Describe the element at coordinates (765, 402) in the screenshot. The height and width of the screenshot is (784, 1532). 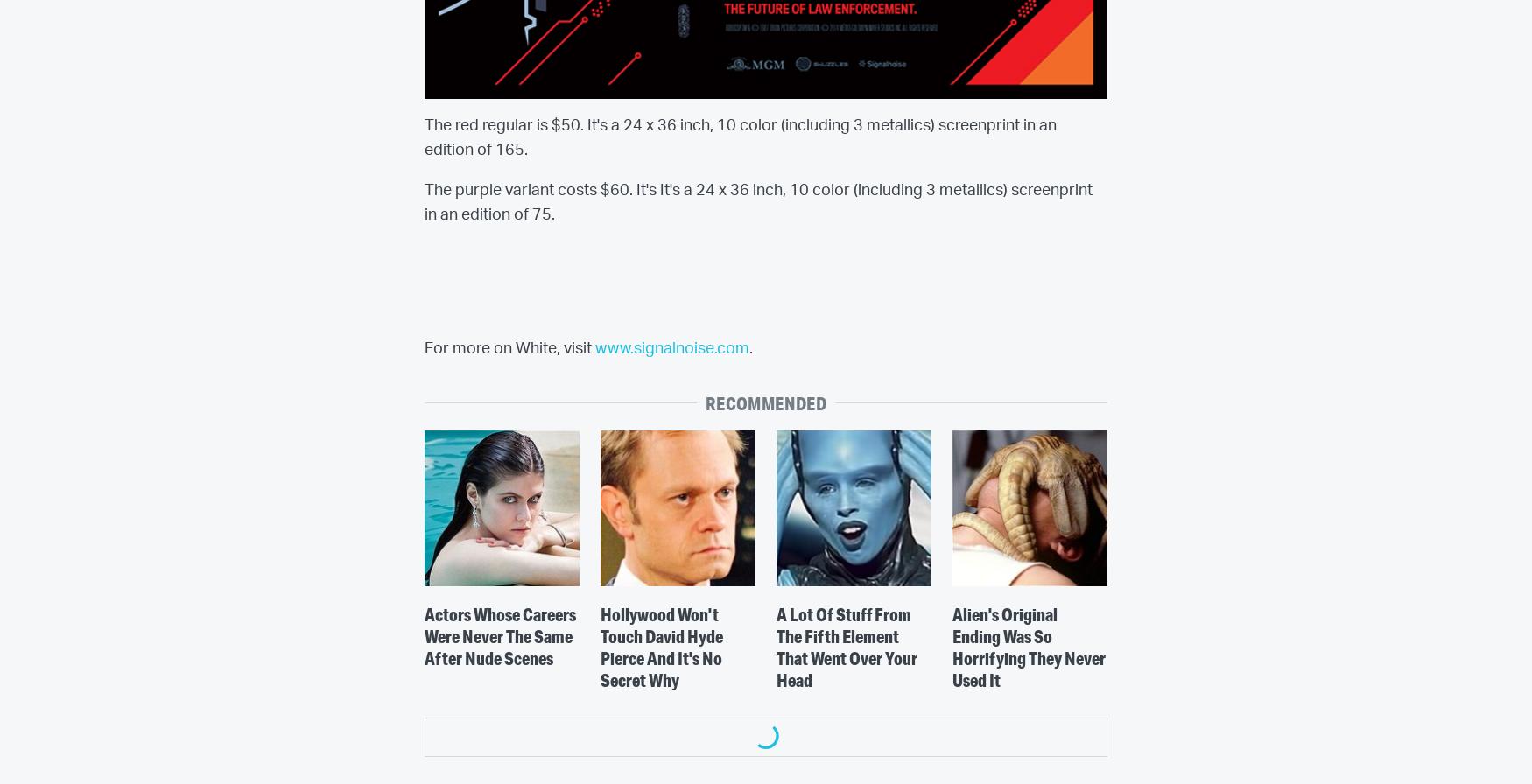
I see `'Recommended'` at that location.